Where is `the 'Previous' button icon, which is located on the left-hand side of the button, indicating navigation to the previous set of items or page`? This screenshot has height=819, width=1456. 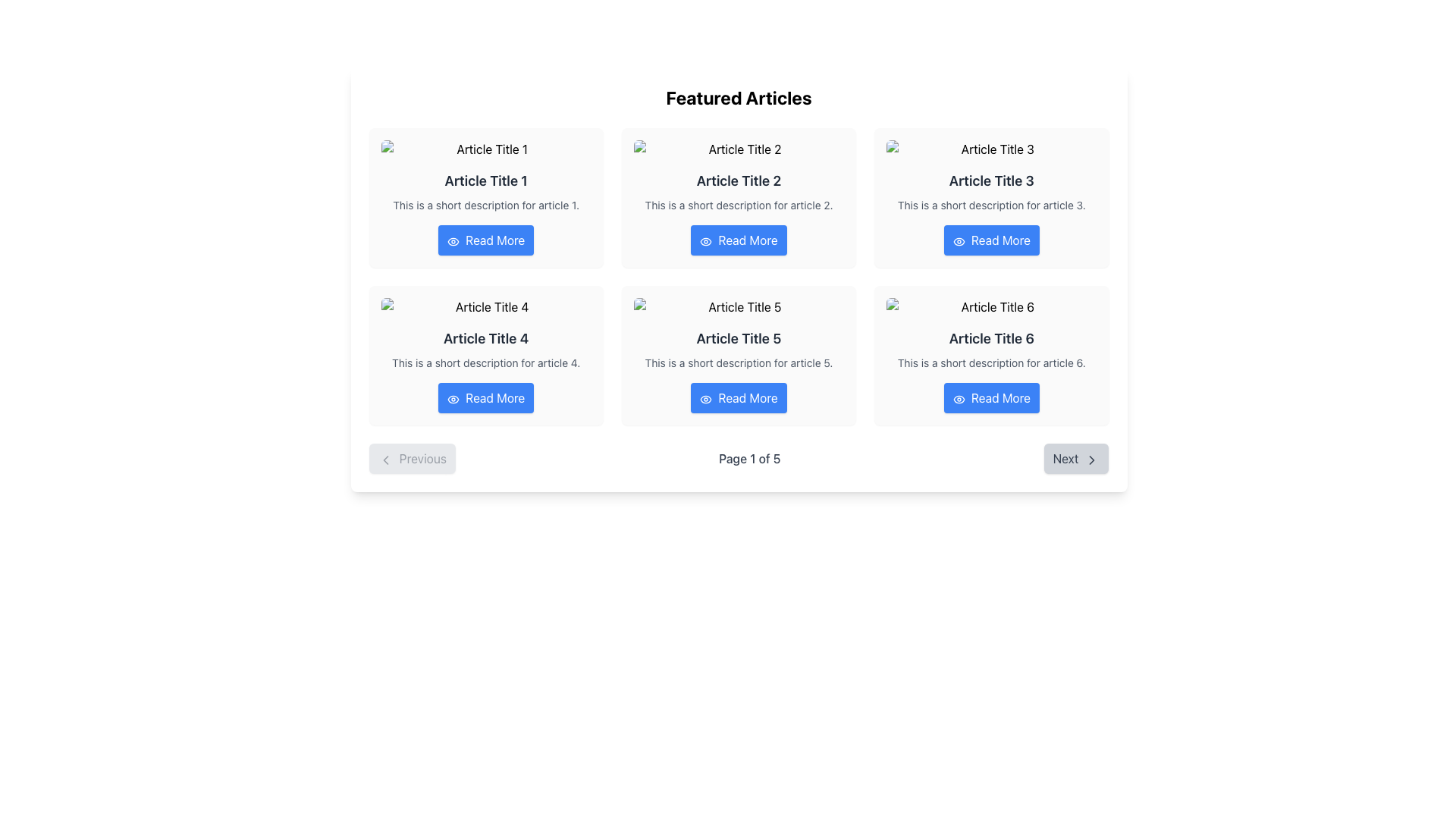 the 'Previous' button icon, which is located on the left-hand side of the button, indicating navigation to the previous set of items or page is located at coordinates (385, 459).